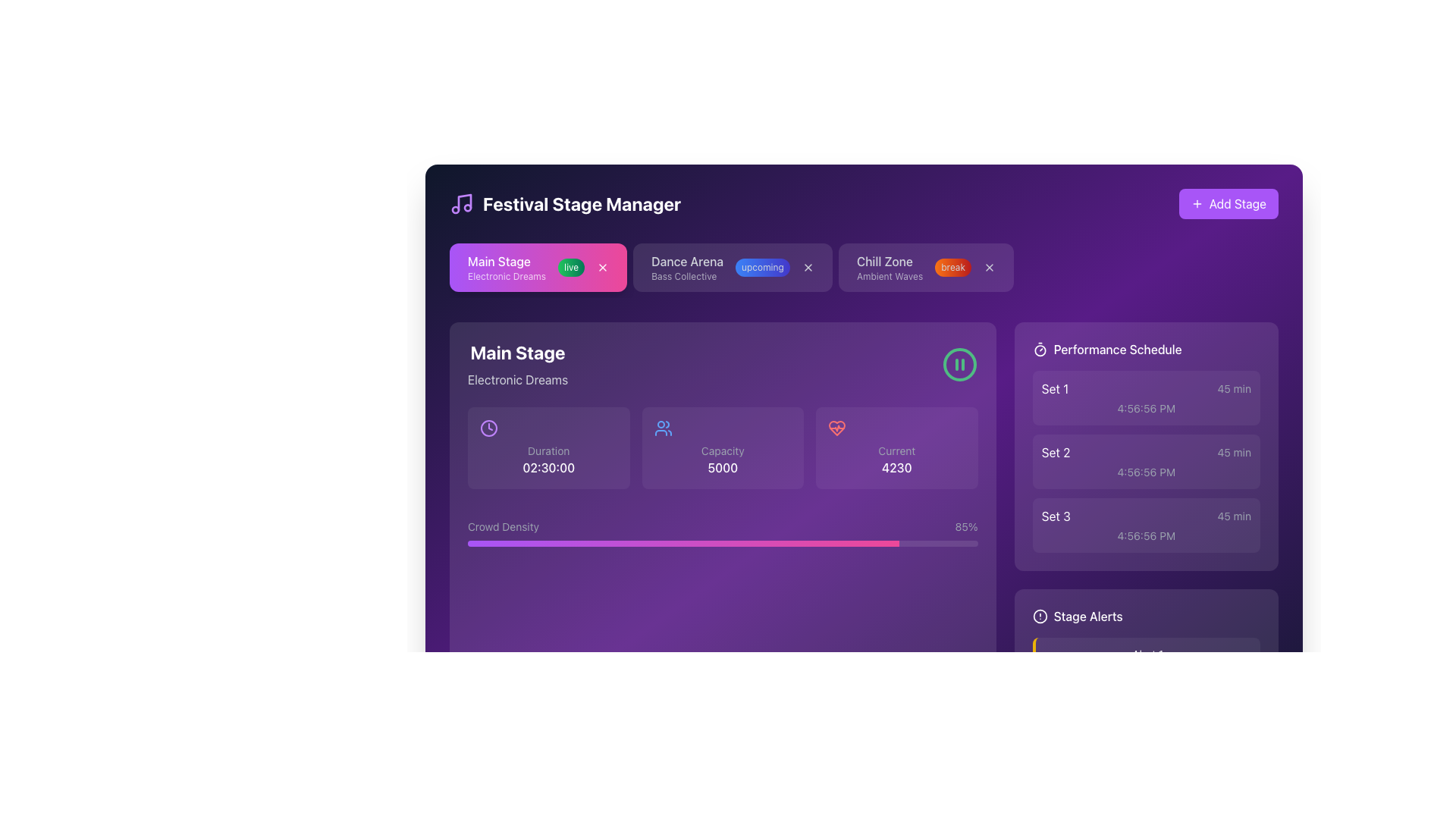 The height and width of the screenshot is (819, 1456). I want to click on the purple stroke circle component of the clock icon located in the 'Duration' section of the 'Main Stage' panel, so click(488, 428).